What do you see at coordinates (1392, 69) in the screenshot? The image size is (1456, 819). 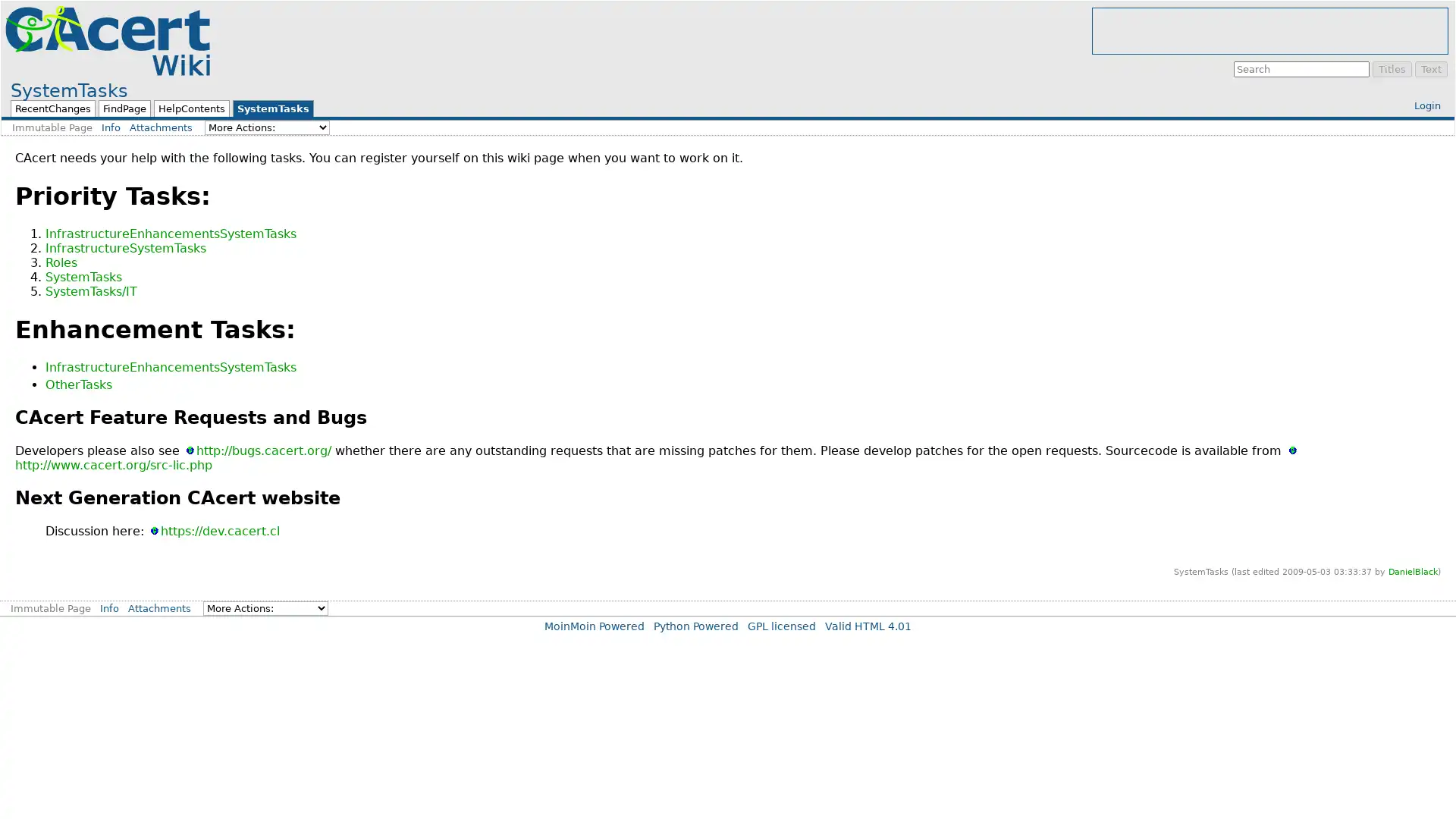 I see `Titles` at bounding box center [1392, 69].